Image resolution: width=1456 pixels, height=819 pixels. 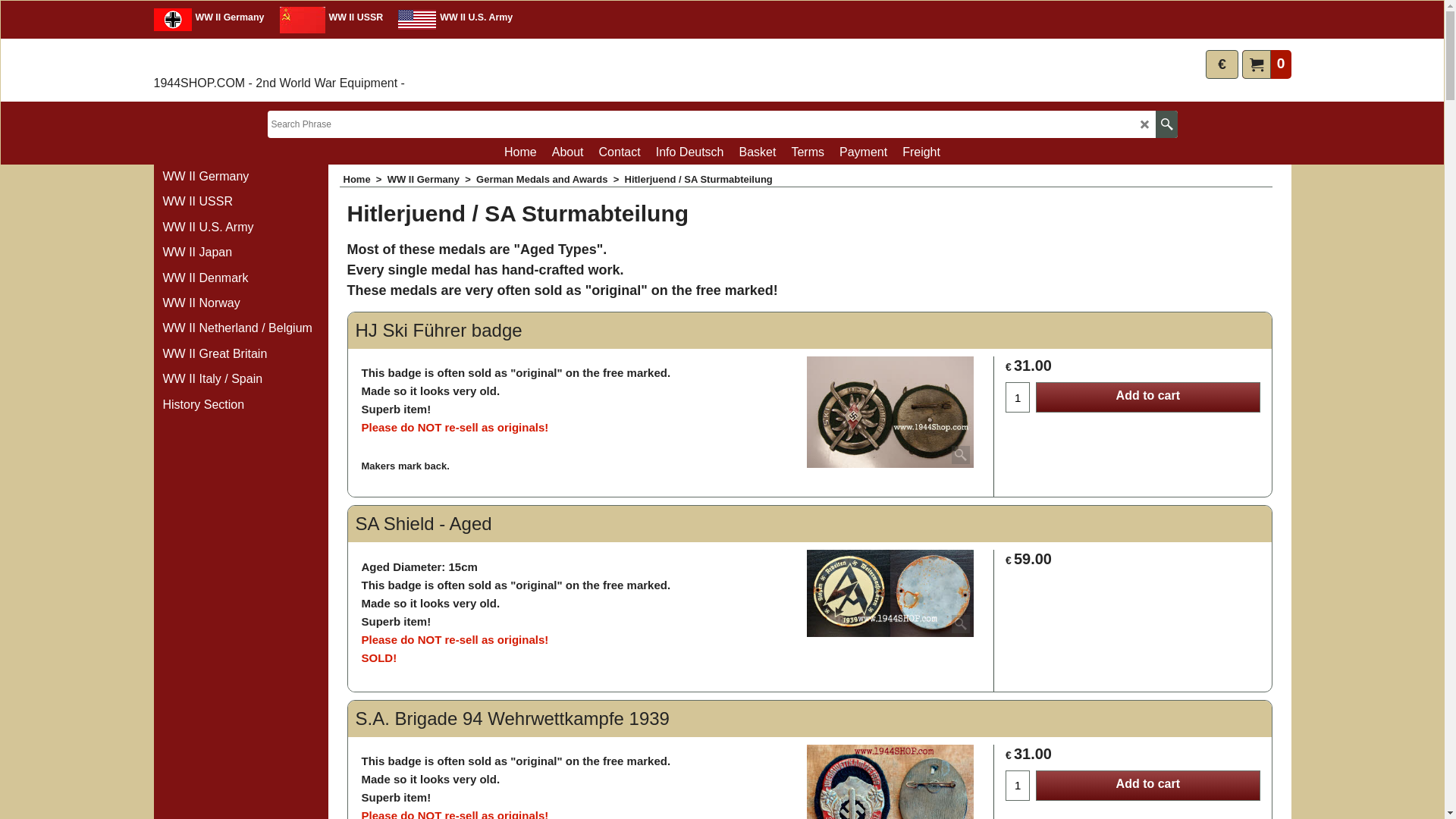 What do you see at coordinates (549, 178) in the screenshot?
I see `'German Medals and Awards  > '` at bounding box center [549, 178].